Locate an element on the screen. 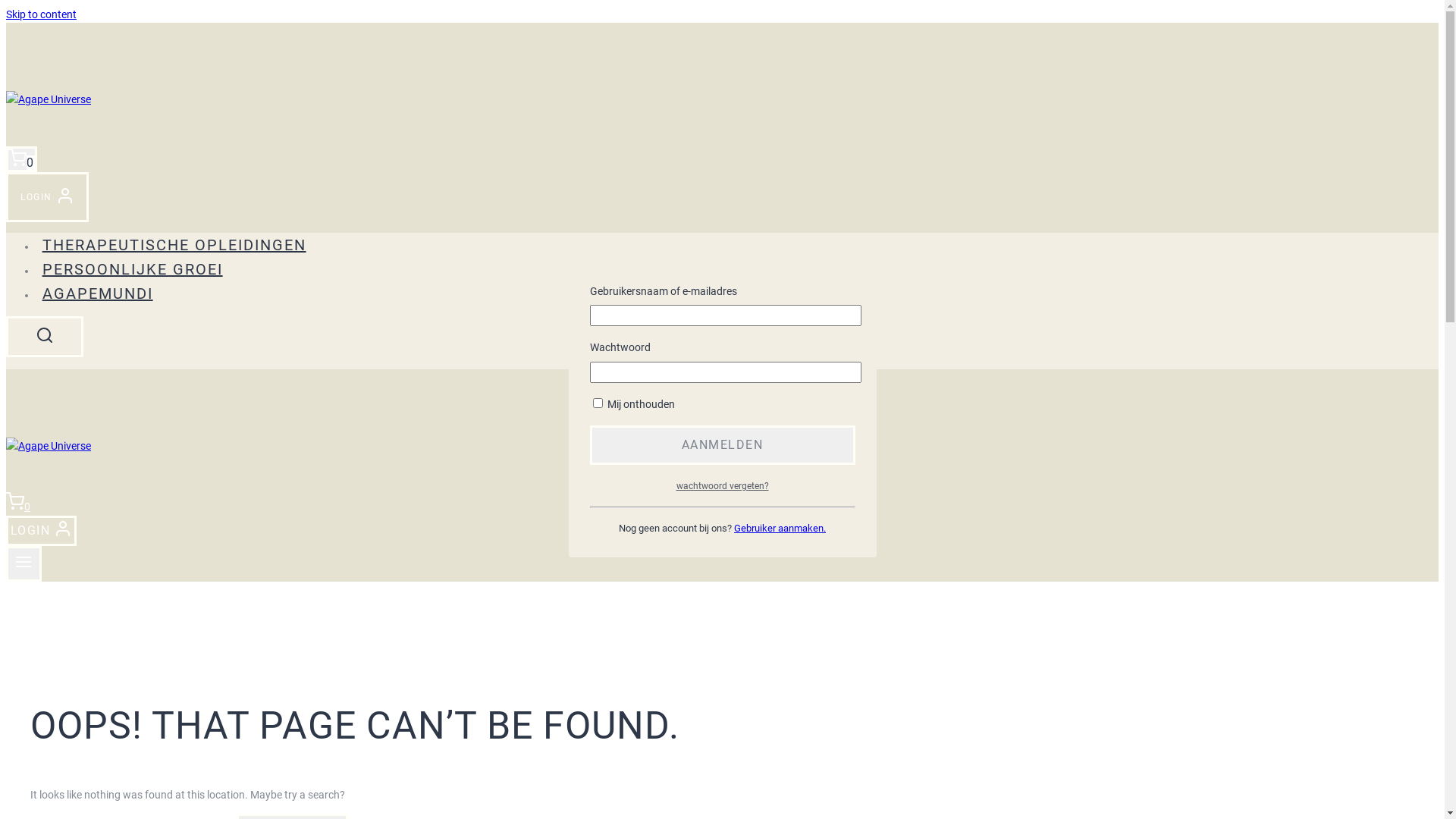 This screenshot has width=1456, height=819. 'Gebruiker aanmaken.' is located at coordinates (780, 527).